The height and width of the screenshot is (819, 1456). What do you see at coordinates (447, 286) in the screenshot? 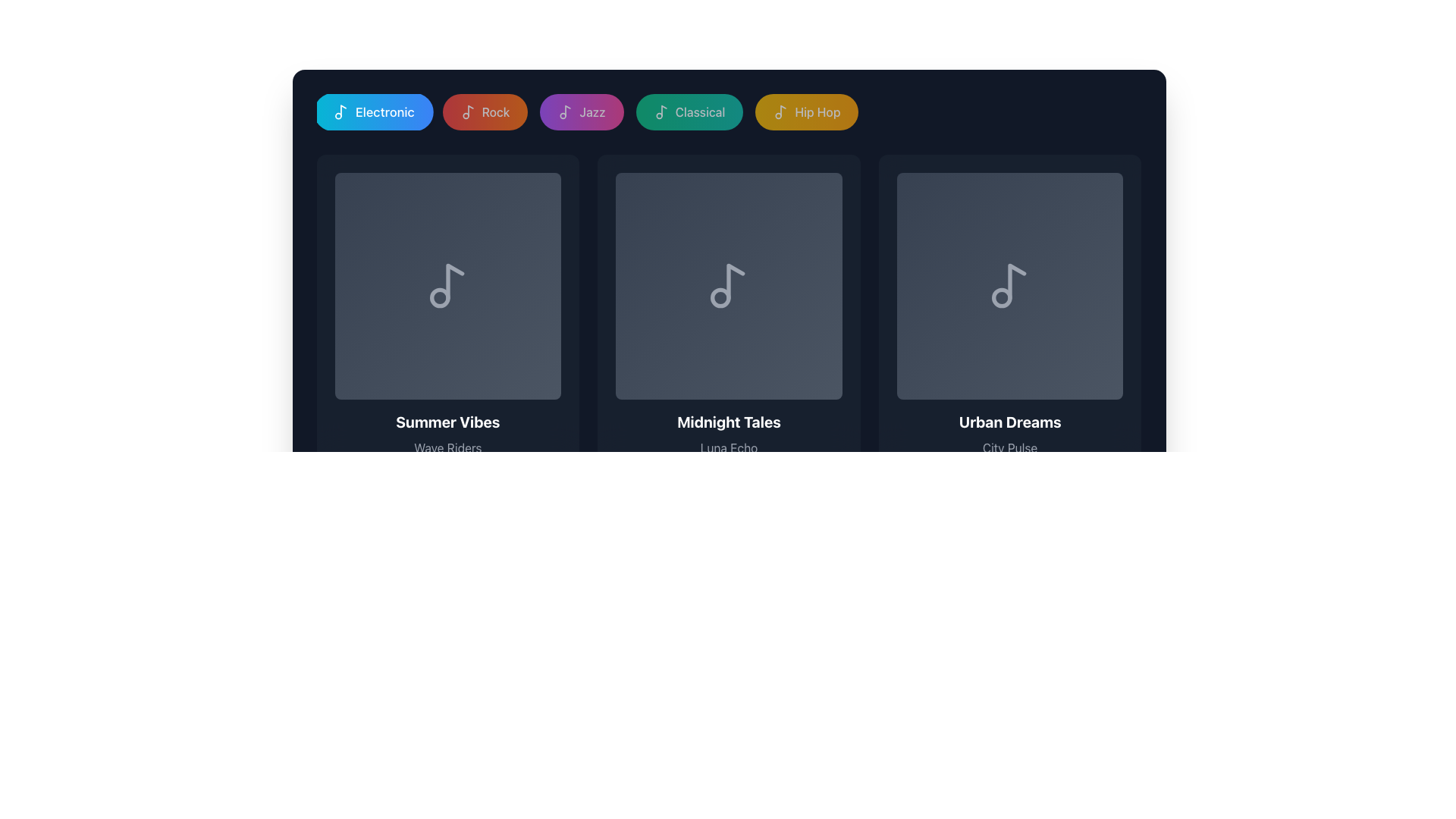
I see `the music-related icon located in the middle of the leftmost card` at bounding box center [447, 286].